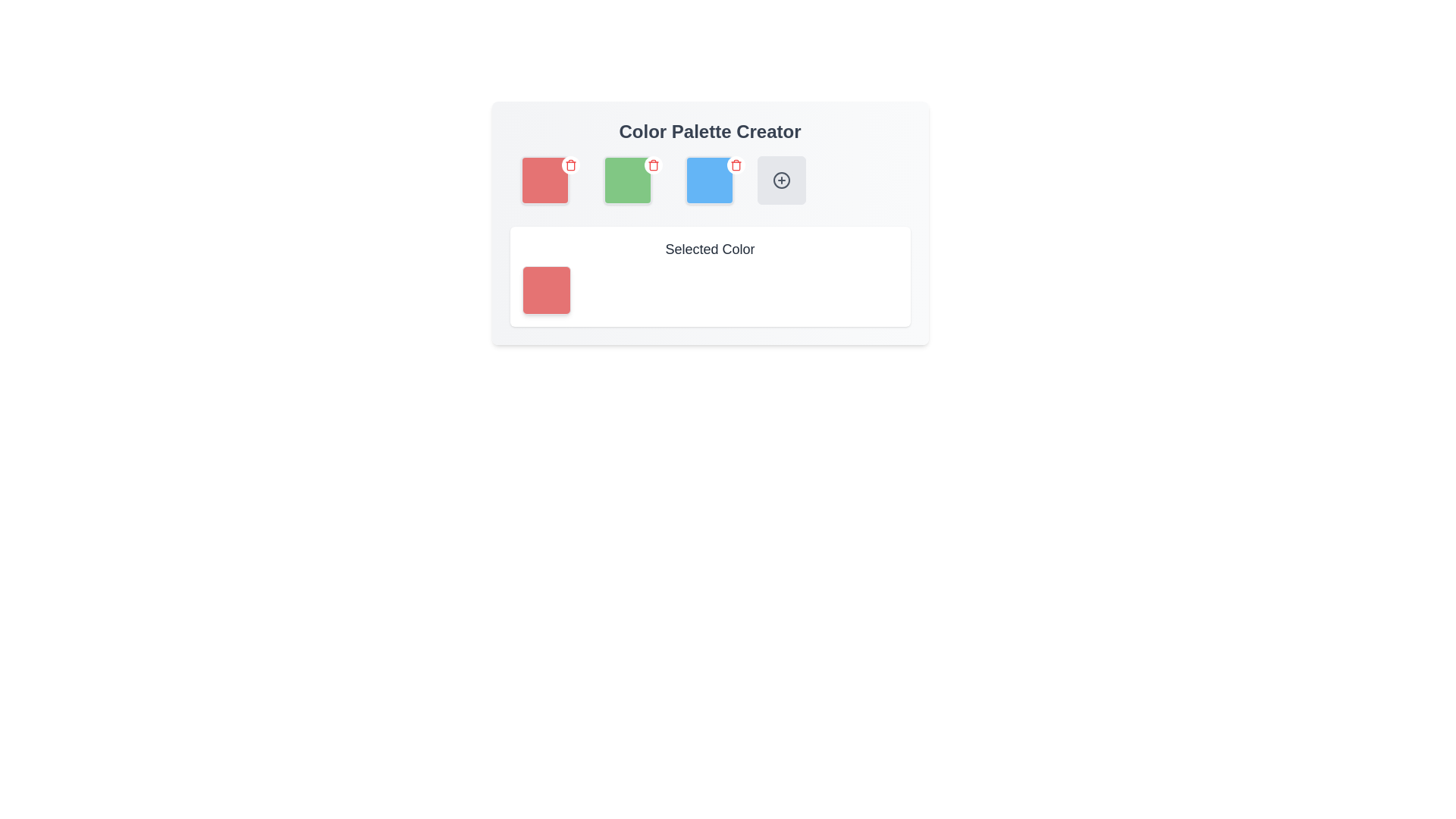 The height and width of the screenshot is (819, 1456). Describe the element at coordinates (570, 165) in the screenshot. I see `the button located at the top-right corner of the red square block, which triggers additional options for deleting the block` at that location.